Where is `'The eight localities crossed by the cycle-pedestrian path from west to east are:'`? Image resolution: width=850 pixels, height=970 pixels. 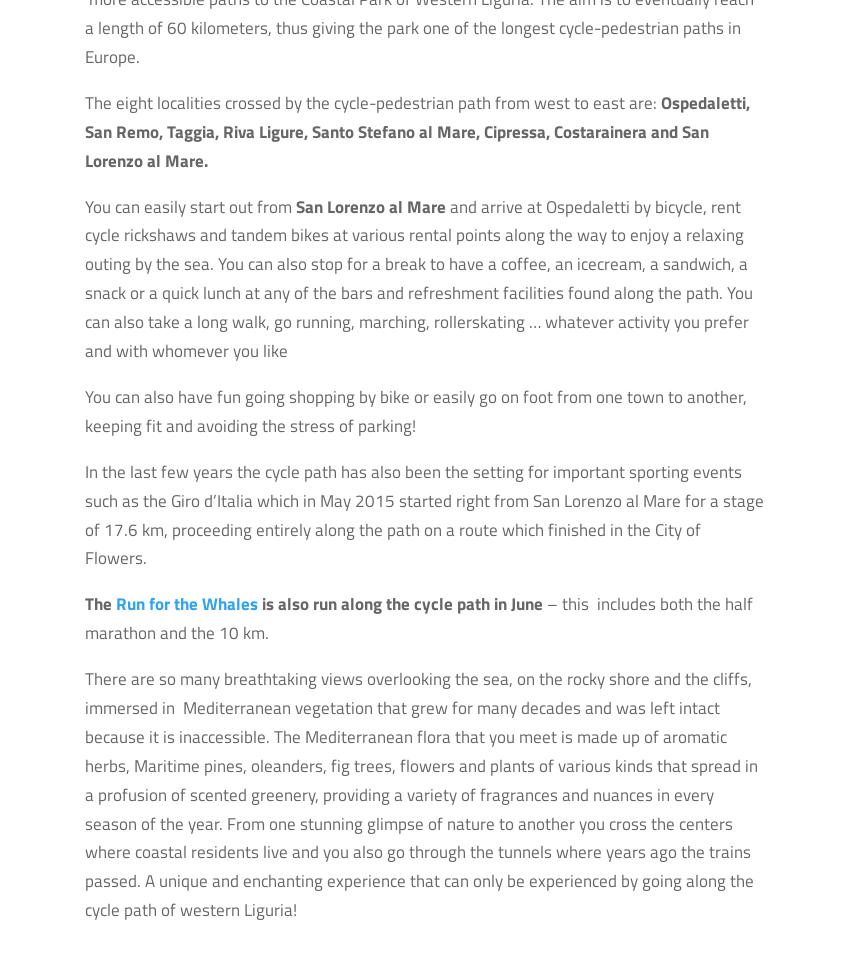 'The eight localities crossed by the cycle-pedestrian path from west to east are:' is located at coordinates (371, 102).